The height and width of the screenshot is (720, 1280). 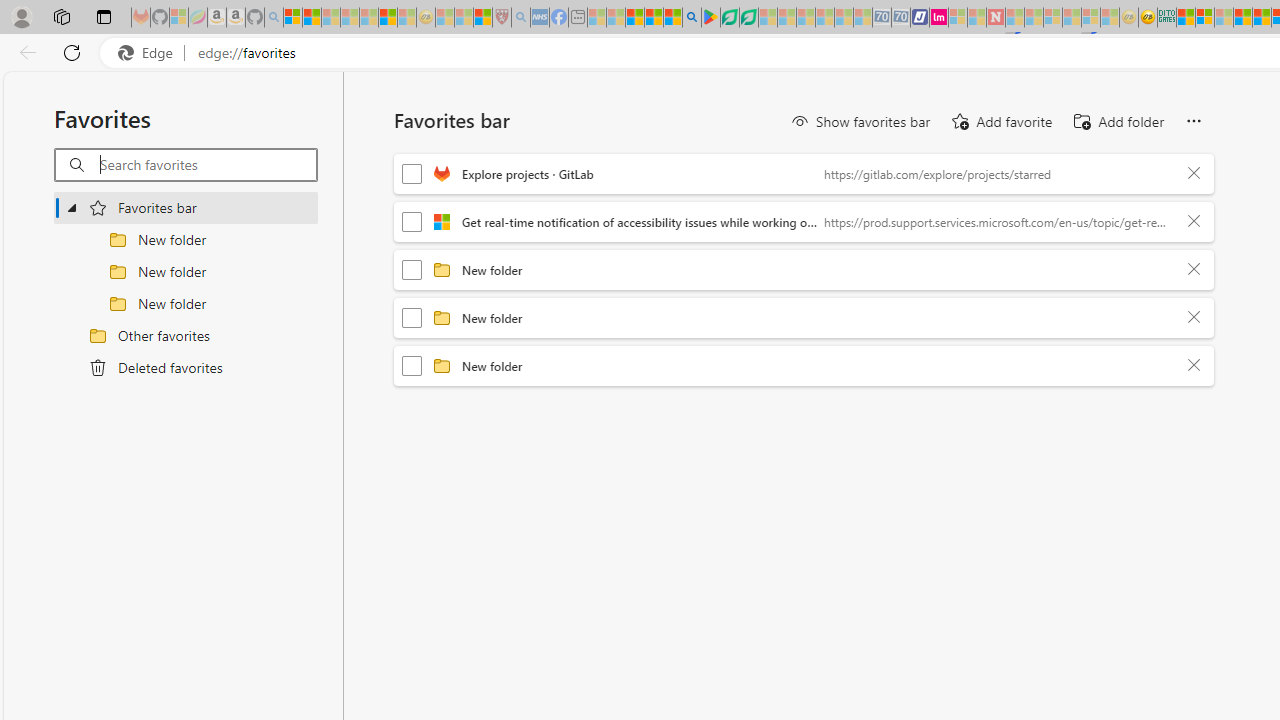 What do you see at coordinates (880, 17) in the screenshot?
I see `'Cheap Car Rentals - Save70.com - Sleeping'` at bounding box center [880, 17].